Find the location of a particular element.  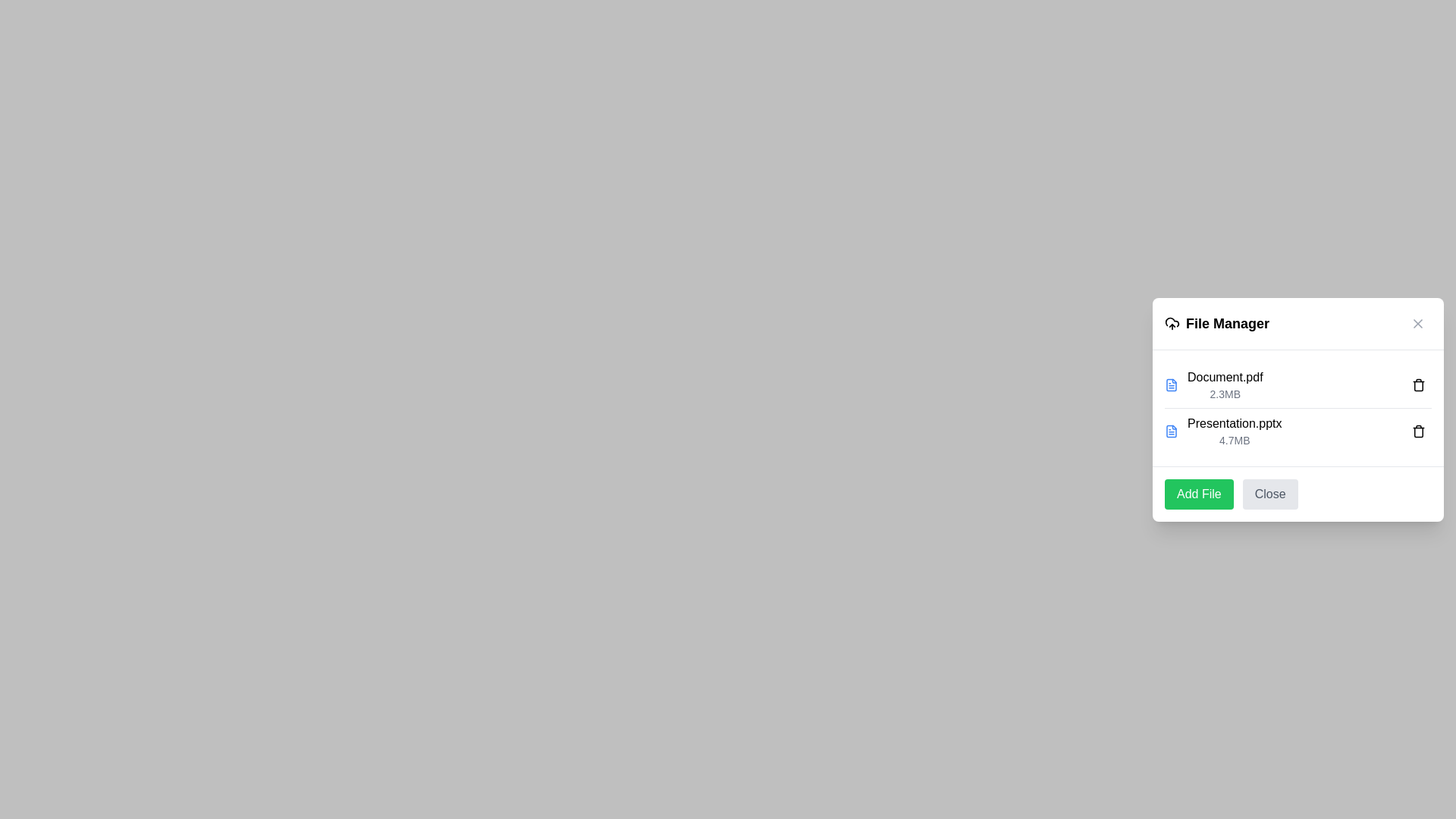

the small blue file icon representing 'Presentation.pptx' in the 'File Manager' popup, which is located to the left of the text label and aligned with its baseline is located at coordinates (1171, 431).